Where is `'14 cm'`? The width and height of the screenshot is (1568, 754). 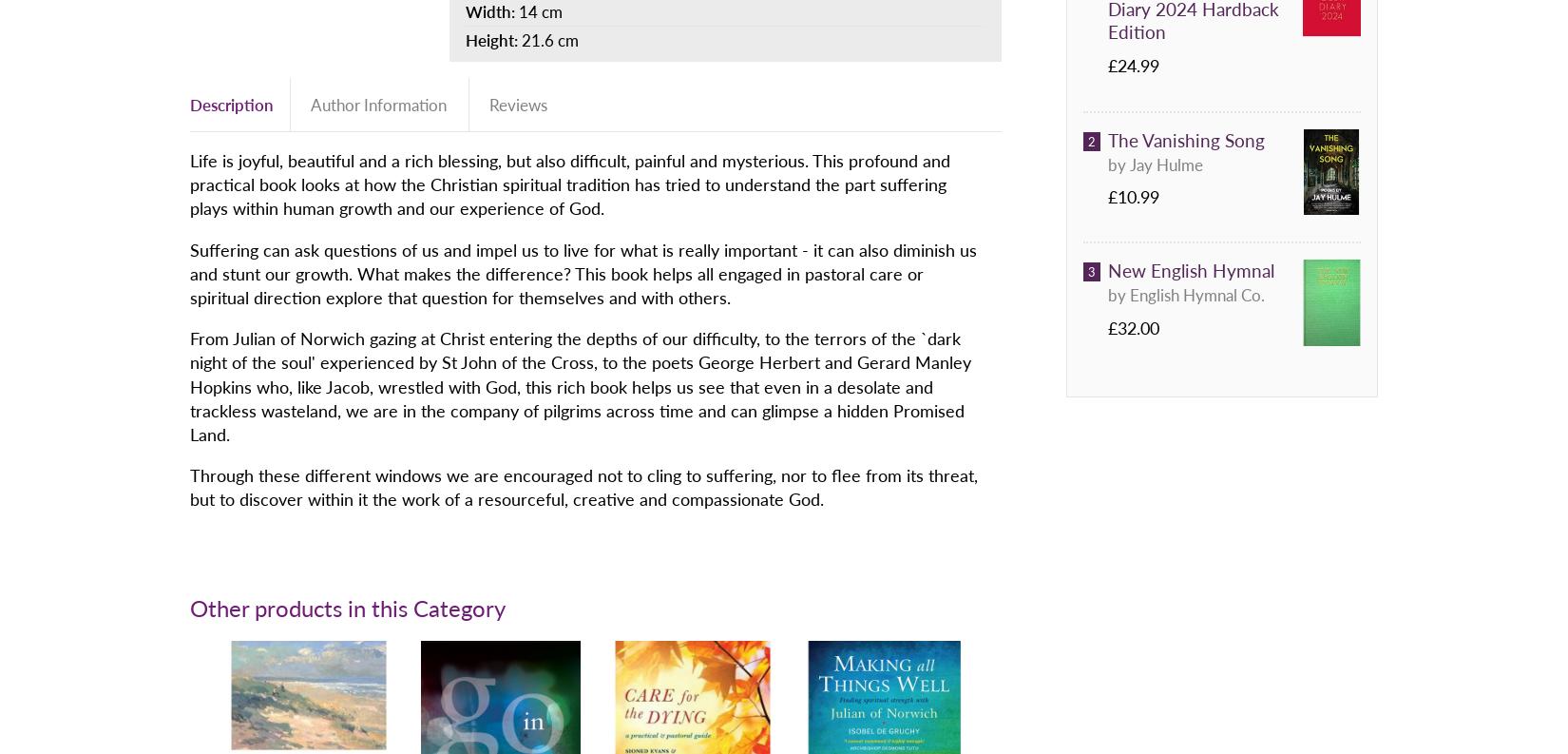 '14 cm' is located at coordinates (517, 10).